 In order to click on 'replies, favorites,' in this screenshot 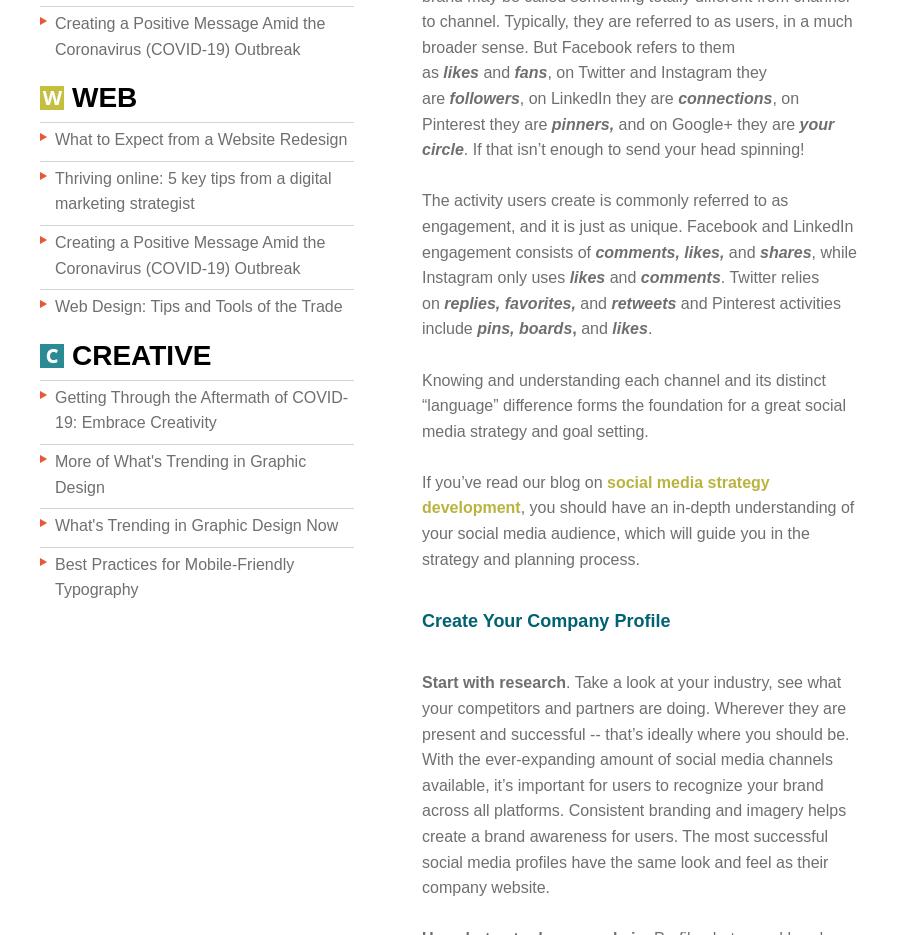, I will do `click(443, 302)`.